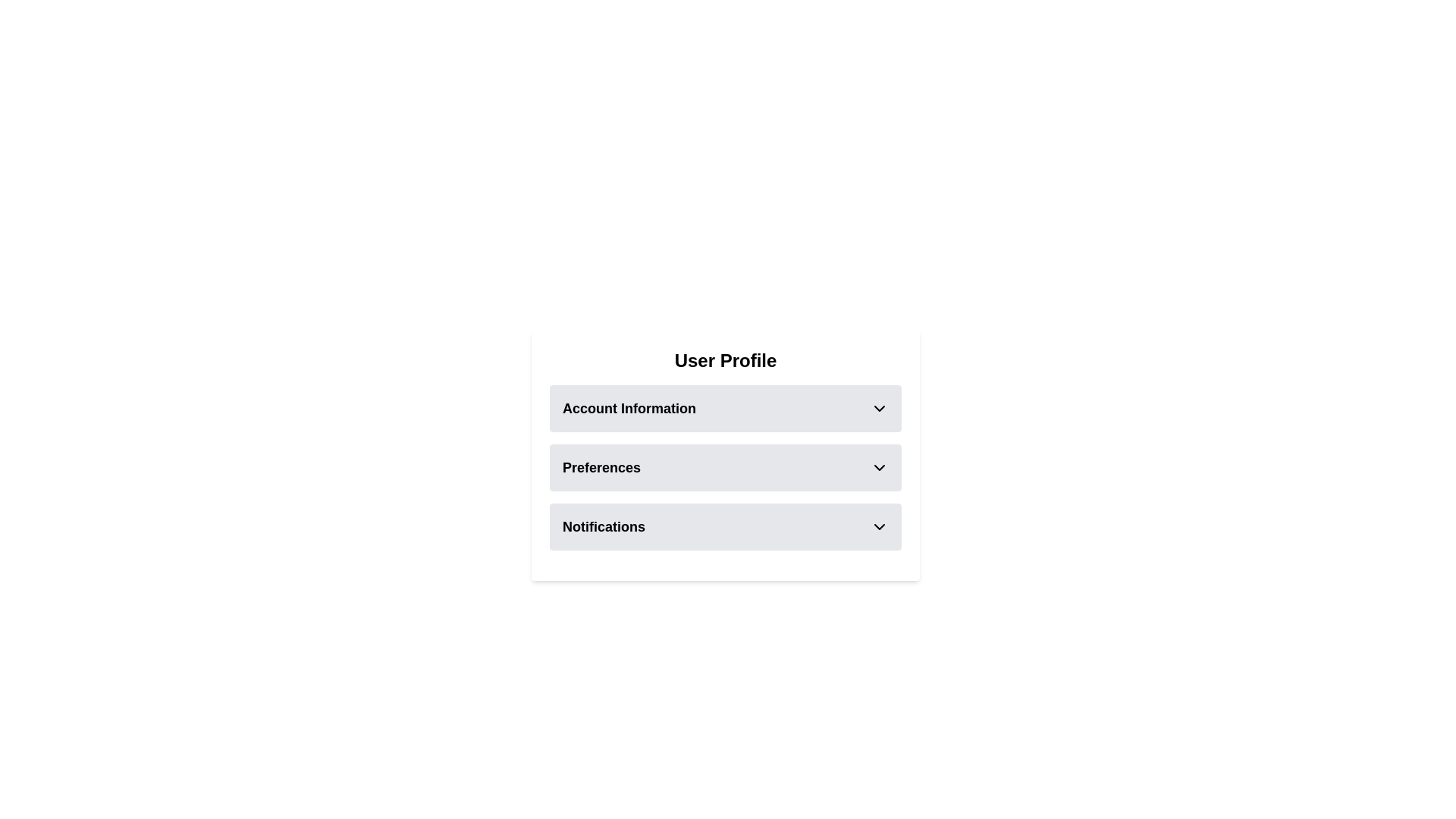 The image size is (1456, 819). What do you see at coordinates (603, 526) in the screenshot?
I see `the 'Notifications' text label which serves as a header for expanding or collapsing related content` at bounding box center [603, 526].